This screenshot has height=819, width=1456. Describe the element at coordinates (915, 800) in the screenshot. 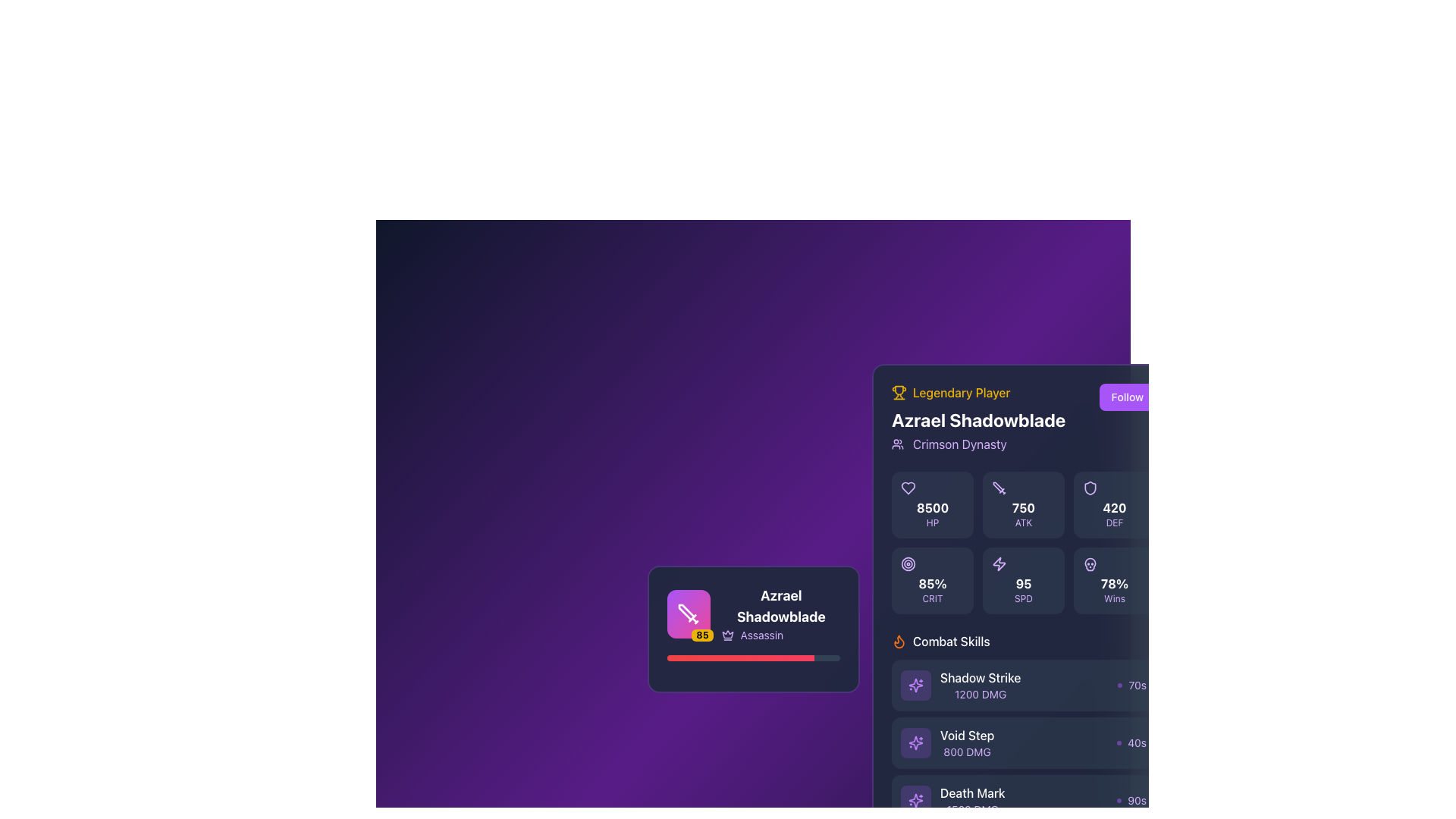

I see `the 'Death Mark' skill icon, which is positioned to the left of the '1500 DMG' text and aligned horizontally with the 'Death Mark' text in the combat skills section` at that location.